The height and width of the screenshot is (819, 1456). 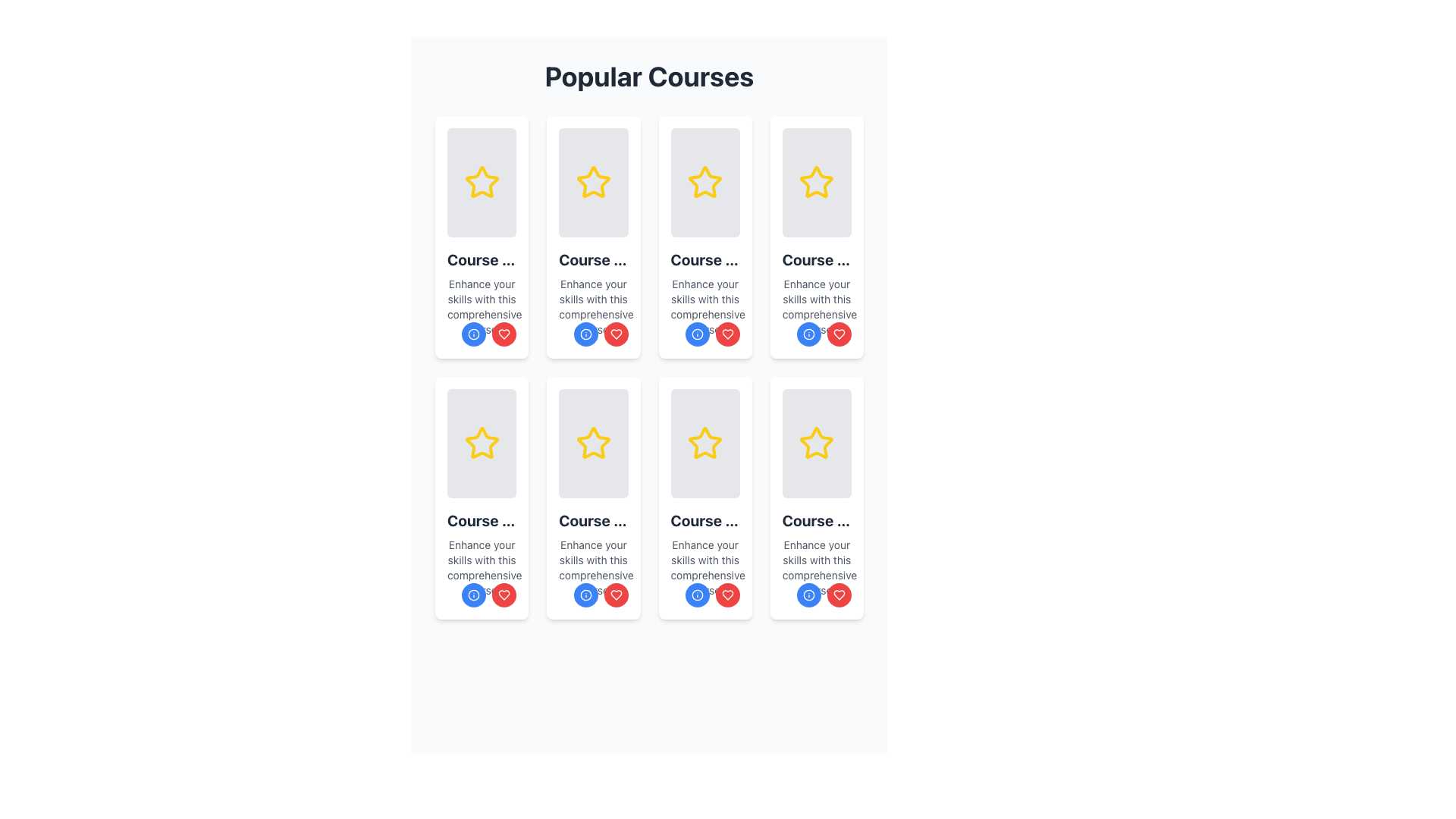 What do you see at coordinates (816, 519) in the screenshot?
I see `text content of the element displaying 'Course Title 8' in a bold font style, located in the fourth card of the second row in the grid of course cards, just below the yellow star icon` at bounding box center [816, 519].